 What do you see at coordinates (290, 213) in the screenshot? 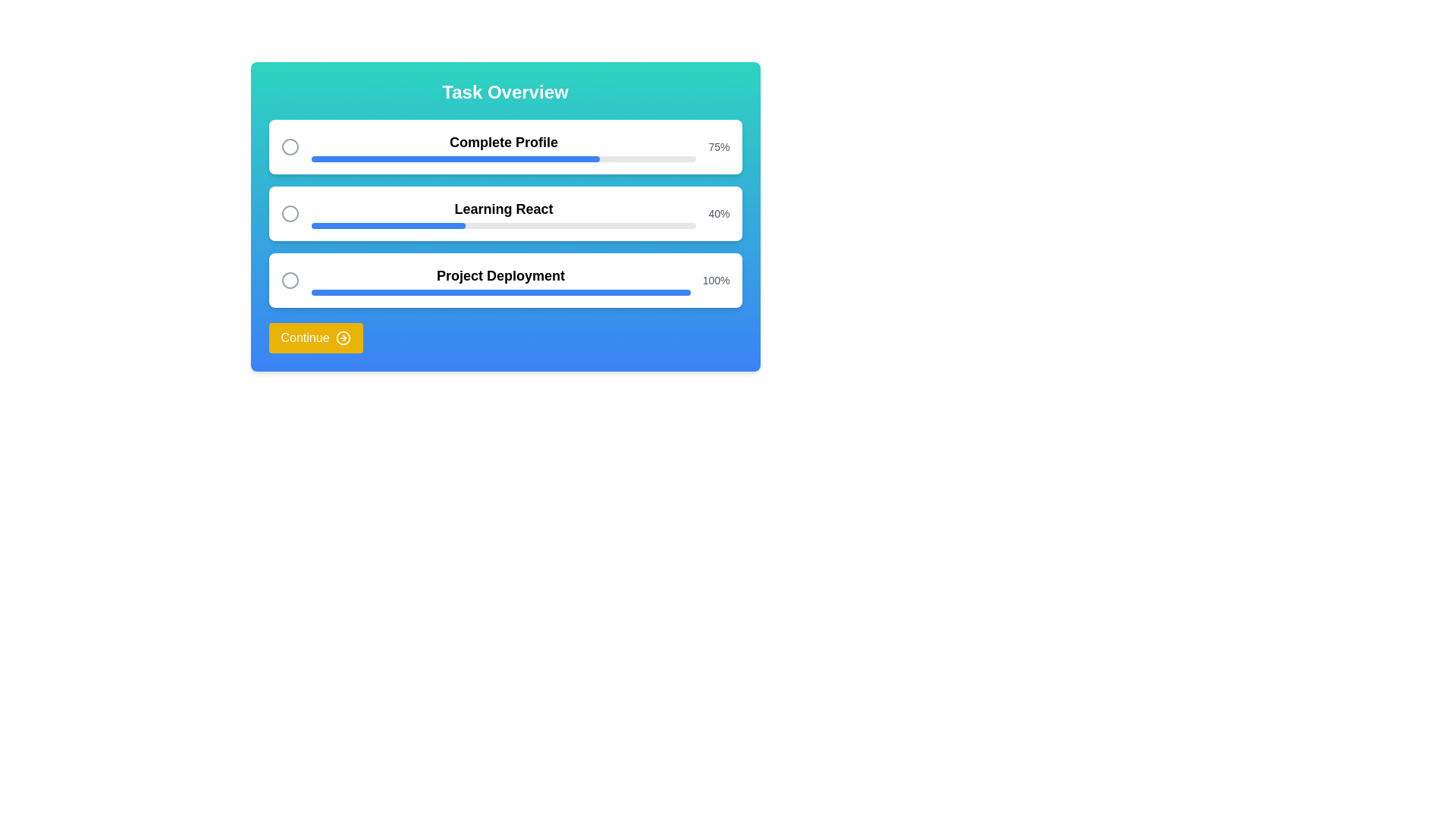
I see `the circular milestone indicator icon, which is the second circle in the progress-tracking list next to the 'Learning React' progress bar text` at bounding box center [290, 213].